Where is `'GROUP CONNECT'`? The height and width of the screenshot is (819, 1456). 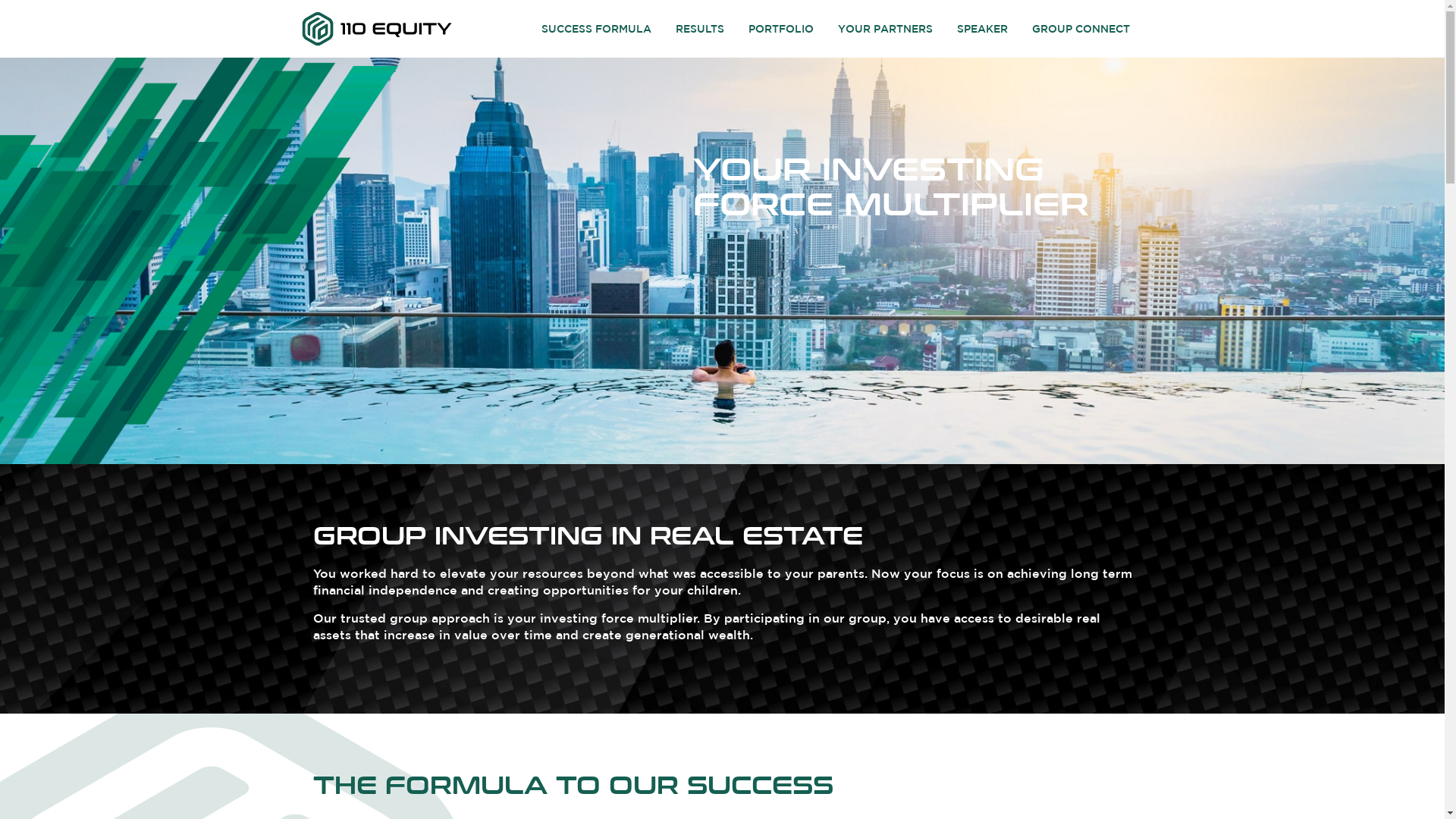
'GROUP CONNECT' is located at coordinates (1021, 29).